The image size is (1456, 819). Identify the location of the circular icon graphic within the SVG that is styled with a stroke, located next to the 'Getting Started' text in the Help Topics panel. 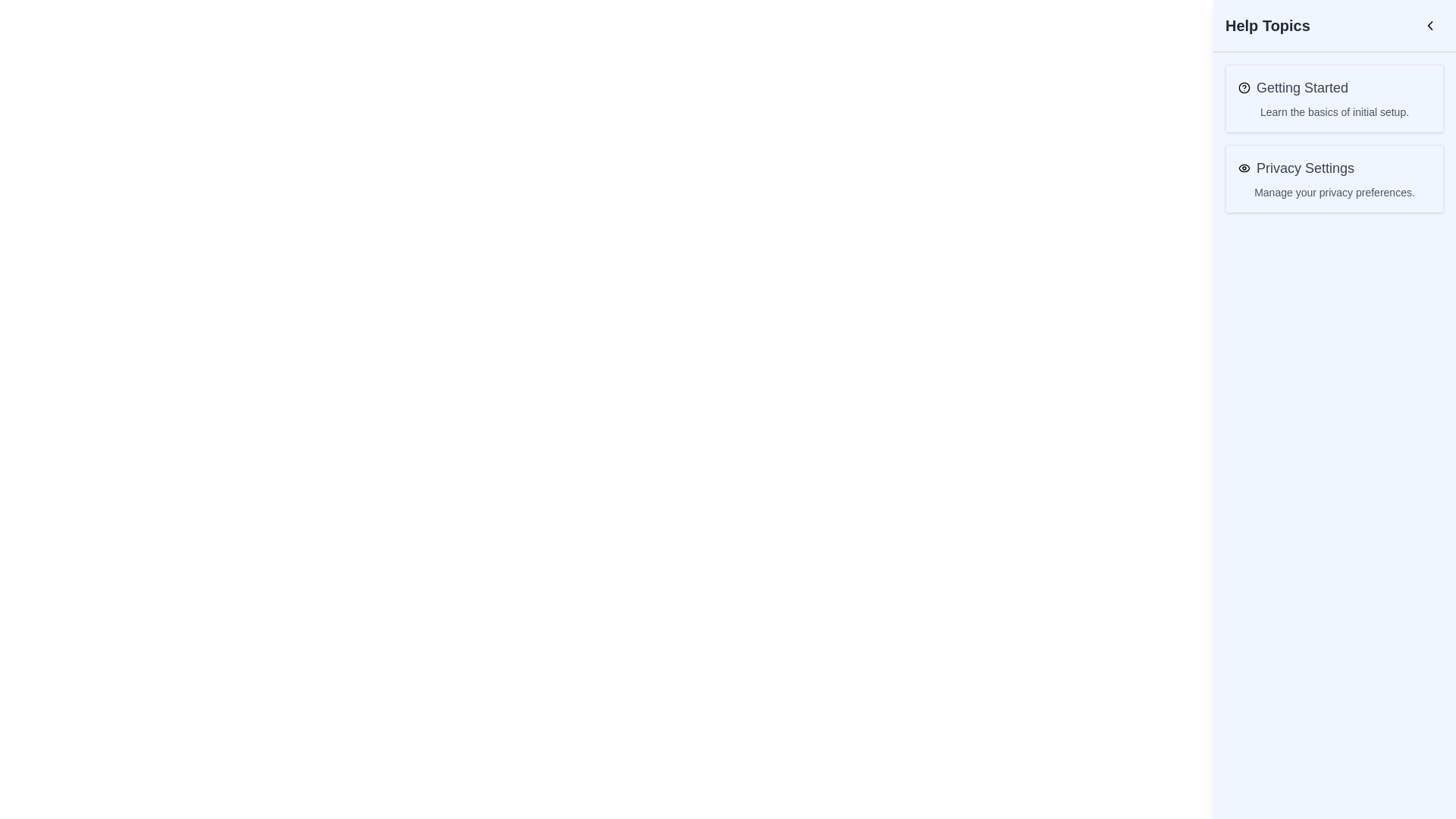
(1244, 87).